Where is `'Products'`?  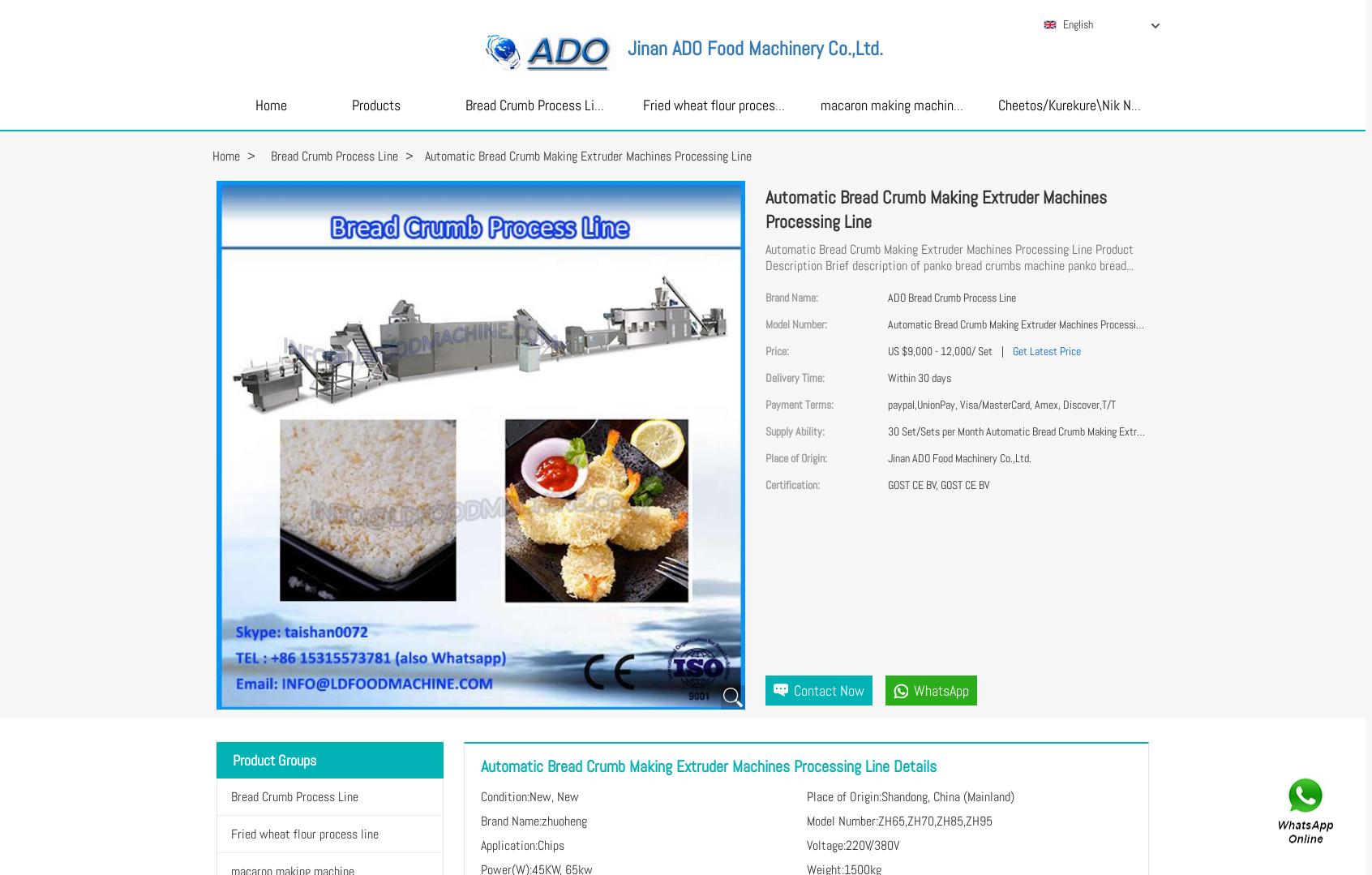 'Products' is located at coordinates (374, 104).